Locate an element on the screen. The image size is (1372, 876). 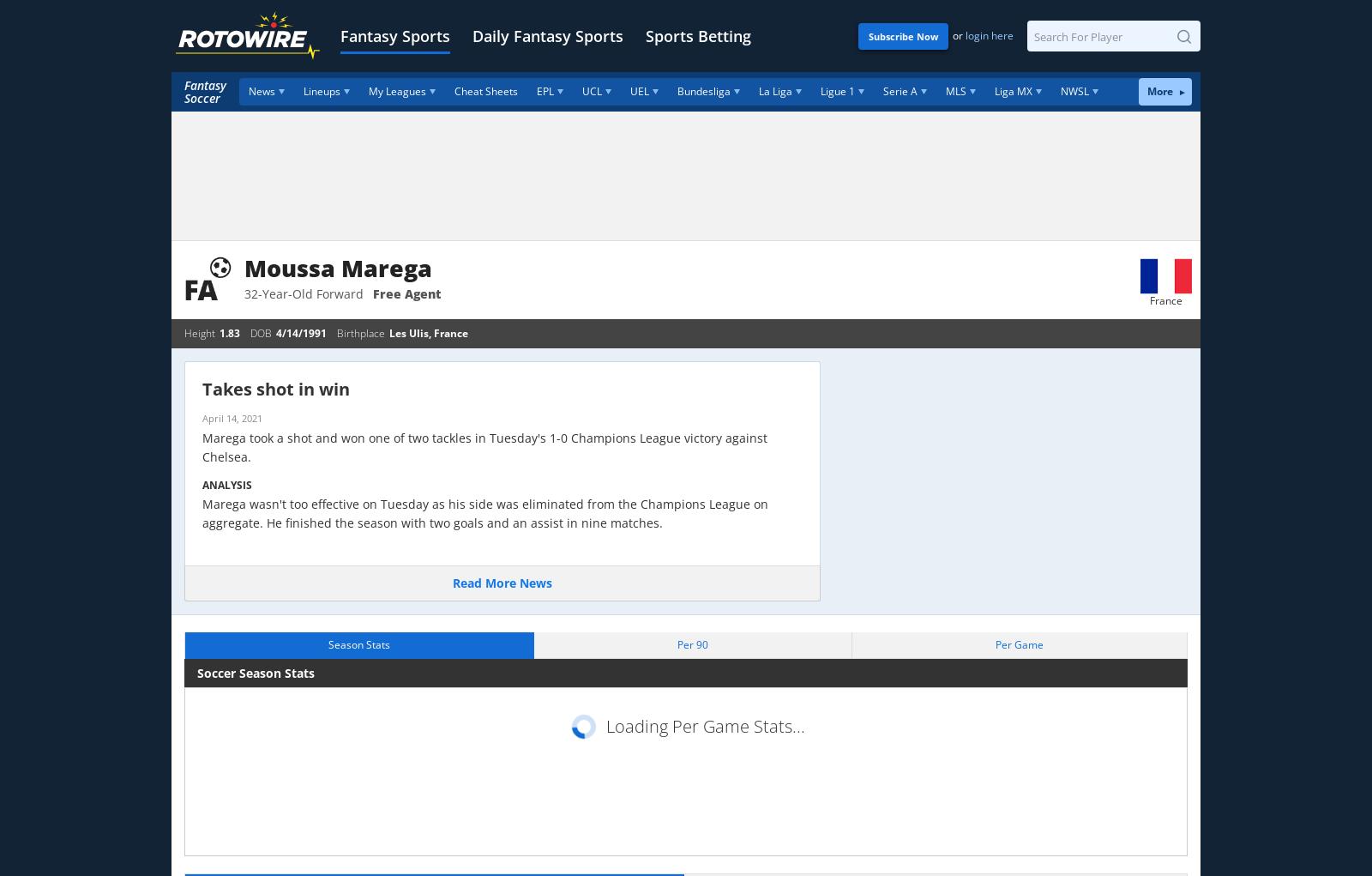
'Read More News' is located at coordinates (502, 583).